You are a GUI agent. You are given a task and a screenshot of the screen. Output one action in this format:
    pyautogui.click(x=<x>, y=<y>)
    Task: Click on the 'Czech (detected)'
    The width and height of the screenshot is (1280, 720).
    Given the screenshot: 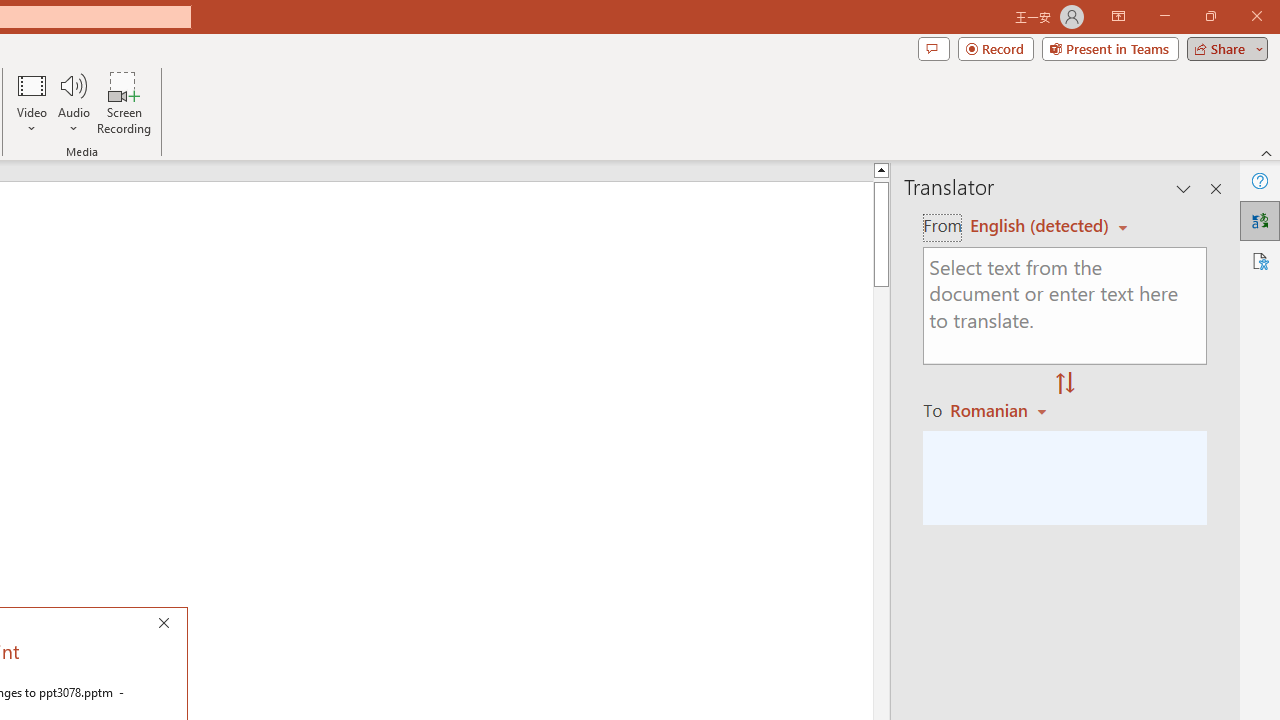 What is the action you would take?
    pyautogui.click(x=1040, y=225)
    